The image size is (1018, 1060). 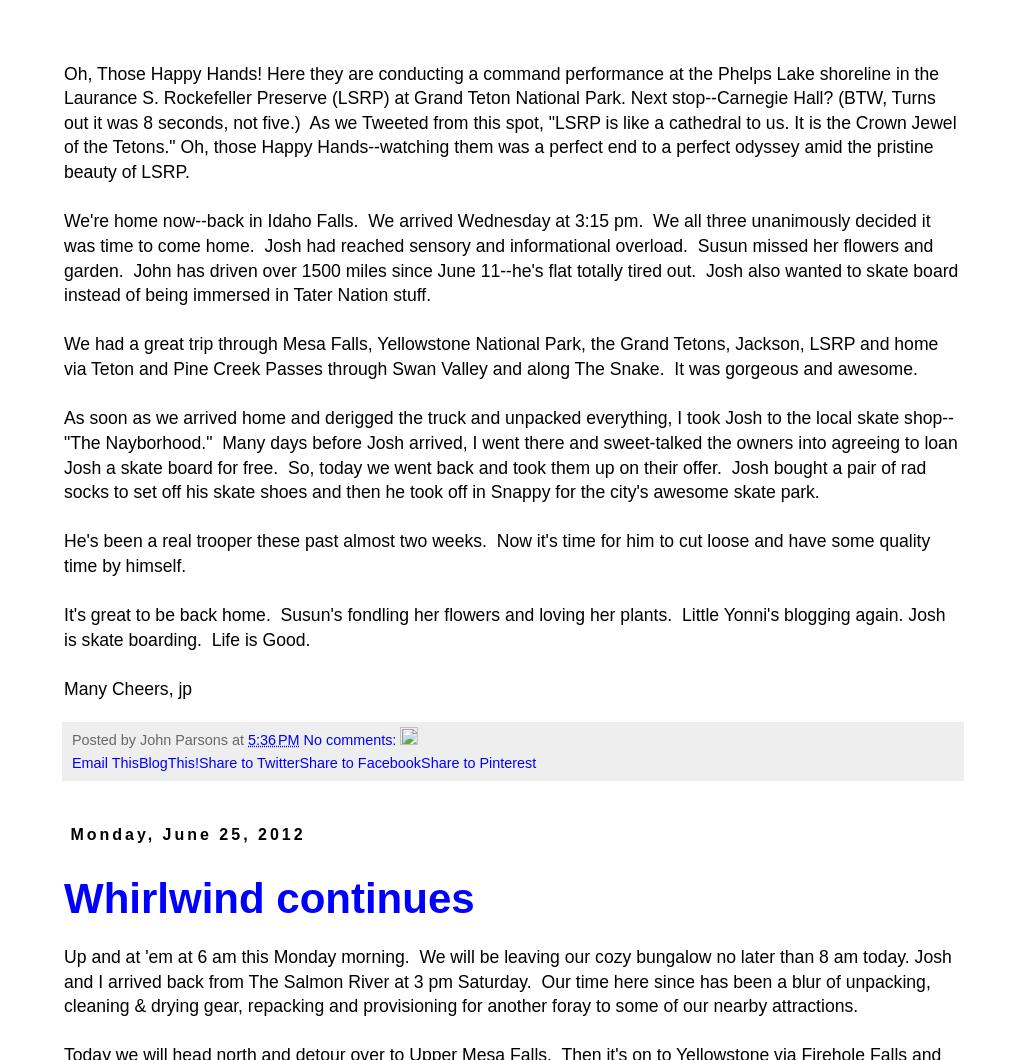 I want to click on 'Up and at 'em at 6 am this Monday morning.  We will be leaving our cozy bungalow no later than 8 am today. Josh and I arrived back from The Salmon River at 3 pm Saturday.  Our time here since has been a blur of unpacking, cleaning & drying gear, repacking and provisioning for another foray to some of our nearby attractions.', so click(x=507, y=980).